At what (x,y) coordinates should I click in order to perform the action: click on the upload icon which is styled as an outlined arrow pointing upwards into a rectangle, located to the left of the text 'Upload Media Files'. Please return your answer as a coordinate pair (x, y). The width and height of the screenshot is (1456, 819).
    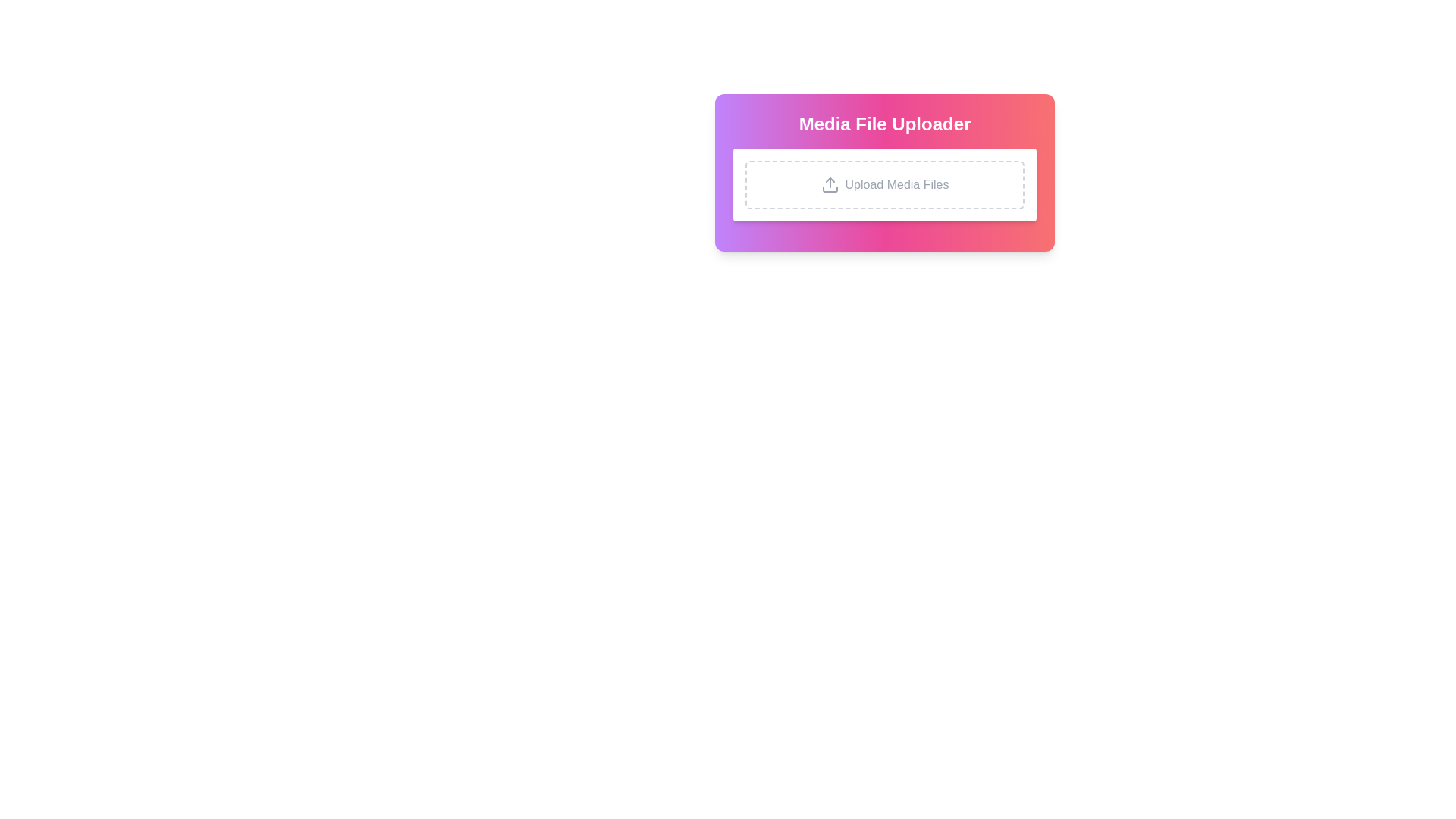
    Looking at the image, I should click on (829, 184).